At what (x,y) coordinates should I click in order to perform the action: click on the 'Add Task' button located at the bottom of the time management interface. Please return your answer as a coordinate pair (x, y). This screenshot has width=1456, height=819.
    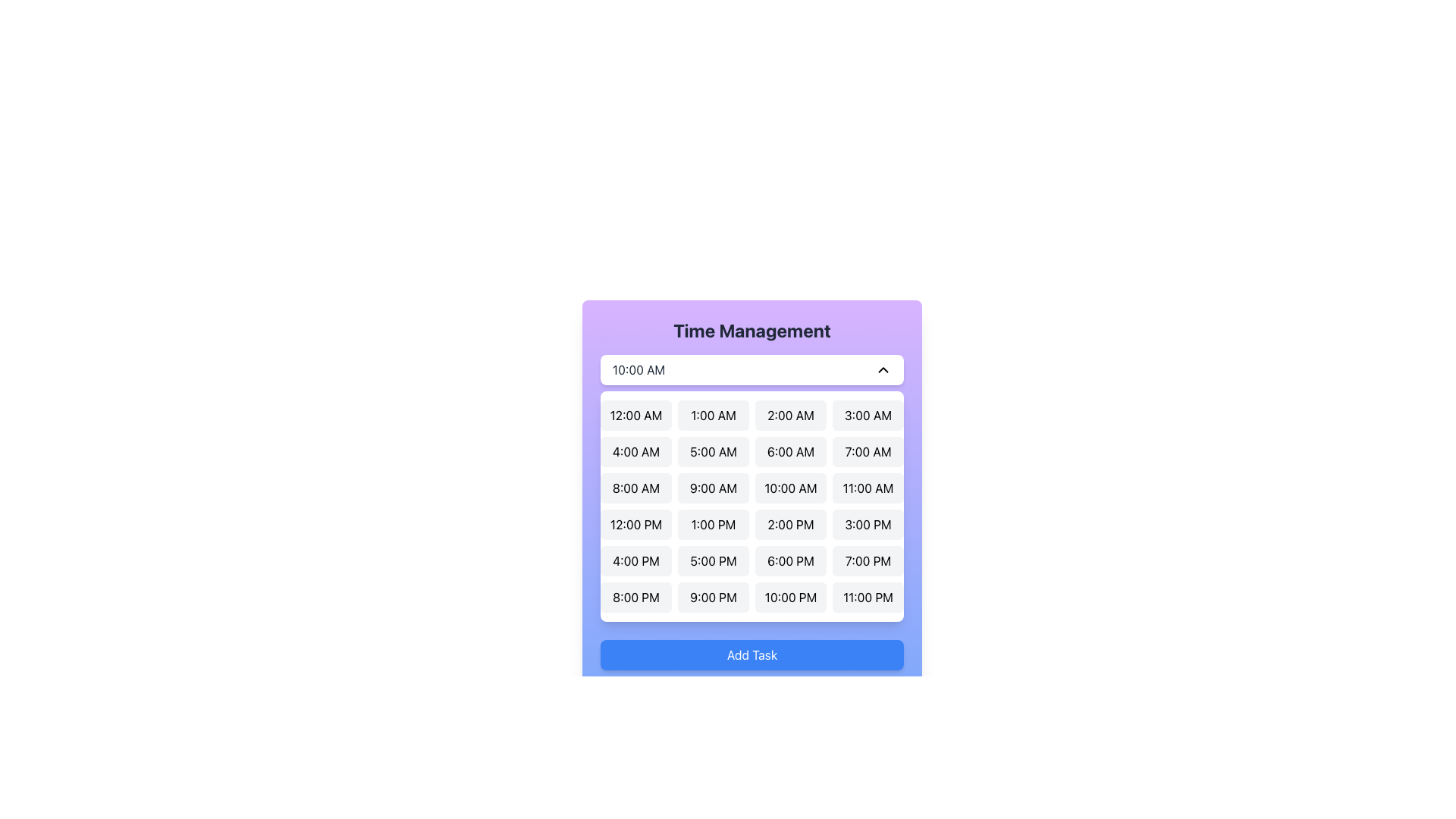
    Looking at the image, I should click on (752, 654).